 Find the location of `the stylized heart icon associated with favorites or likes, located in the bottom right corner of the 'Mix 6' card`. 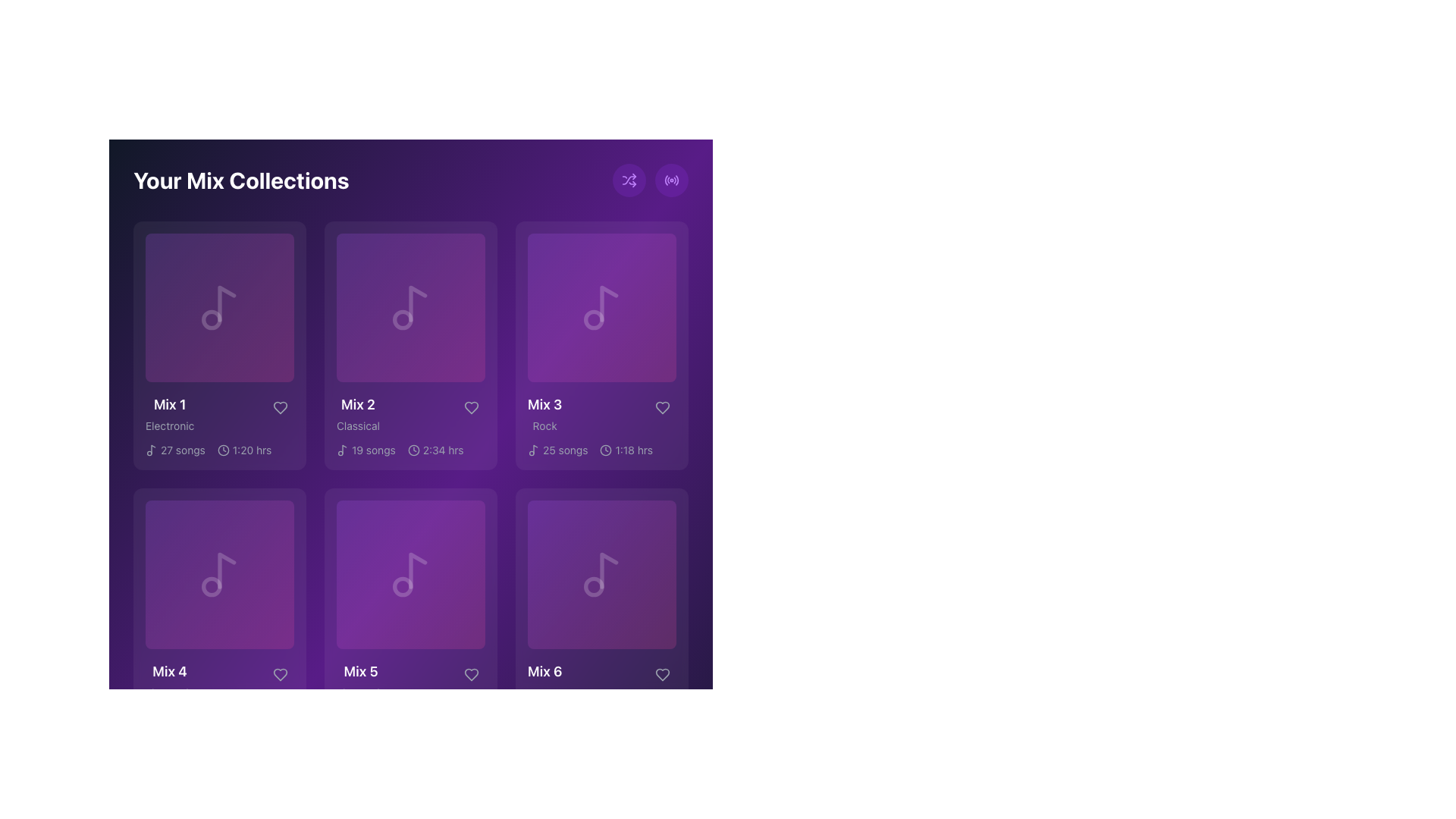

the stylized heart icon associated with favorites or likes, located in the bottom right corner of the 'Mix 6' card is located at coordinates (662, 674).